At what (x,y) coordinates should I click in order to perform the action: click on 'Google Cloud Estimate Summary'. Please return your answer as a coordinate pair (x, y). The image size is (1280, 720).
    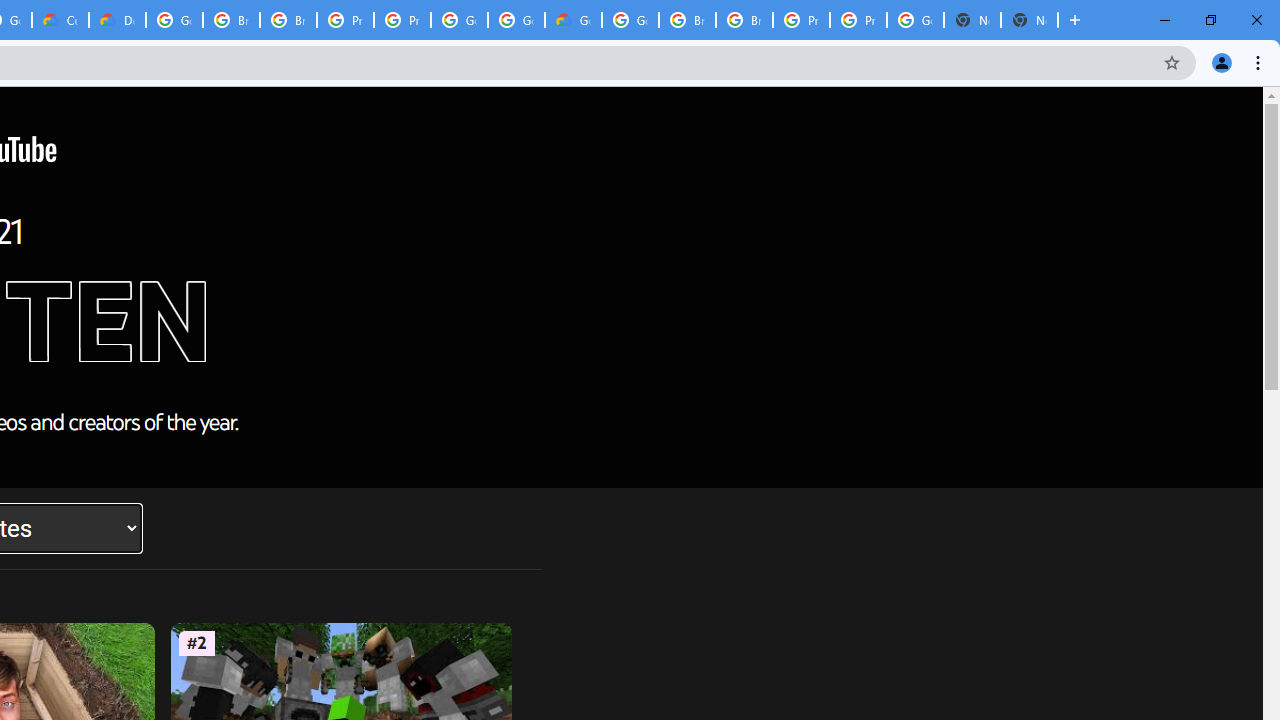
    Looking at the image, I should click on (572, 20).